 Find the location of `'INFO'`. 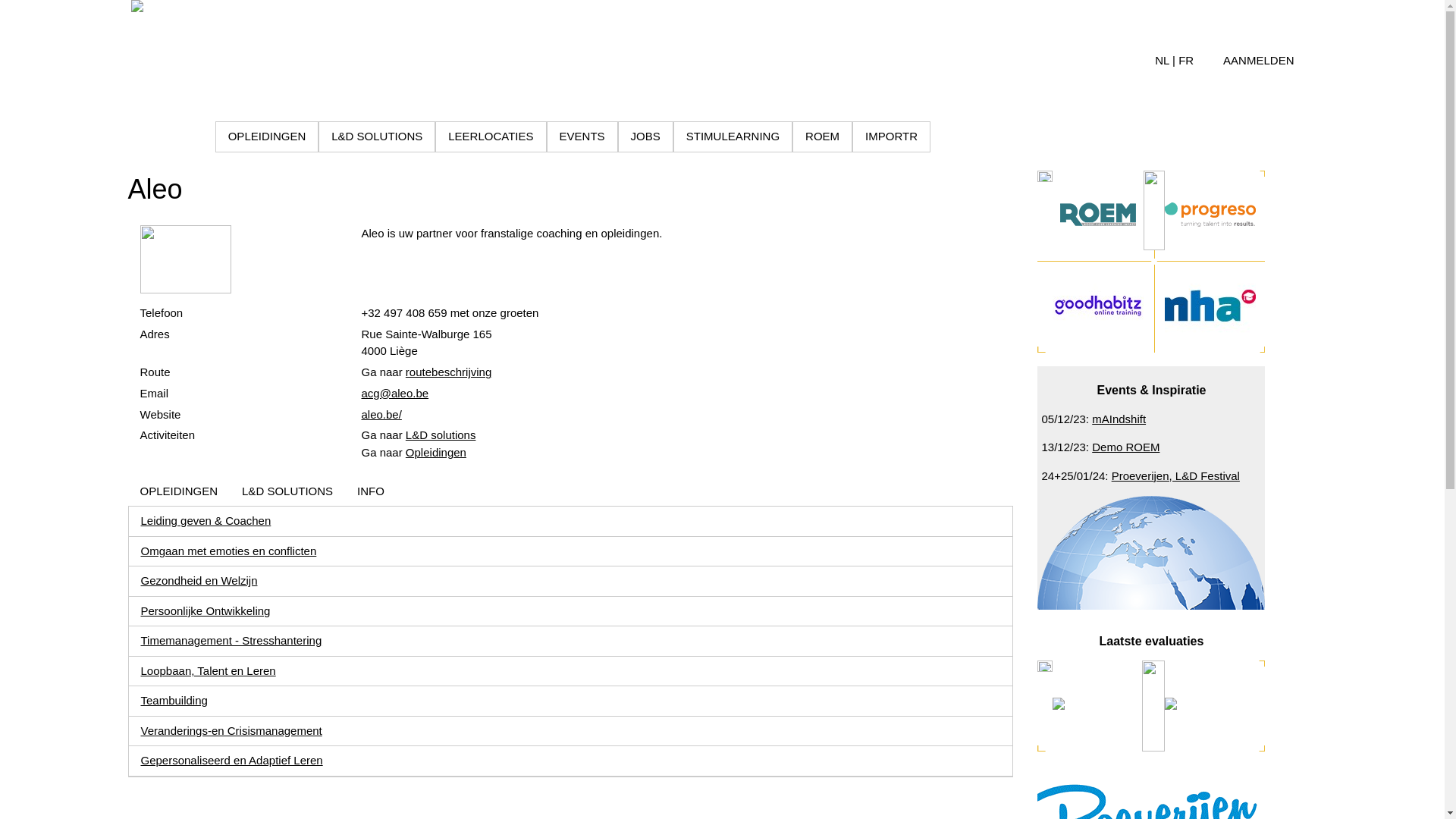

'INFO' is located at coordinates (371, 491).